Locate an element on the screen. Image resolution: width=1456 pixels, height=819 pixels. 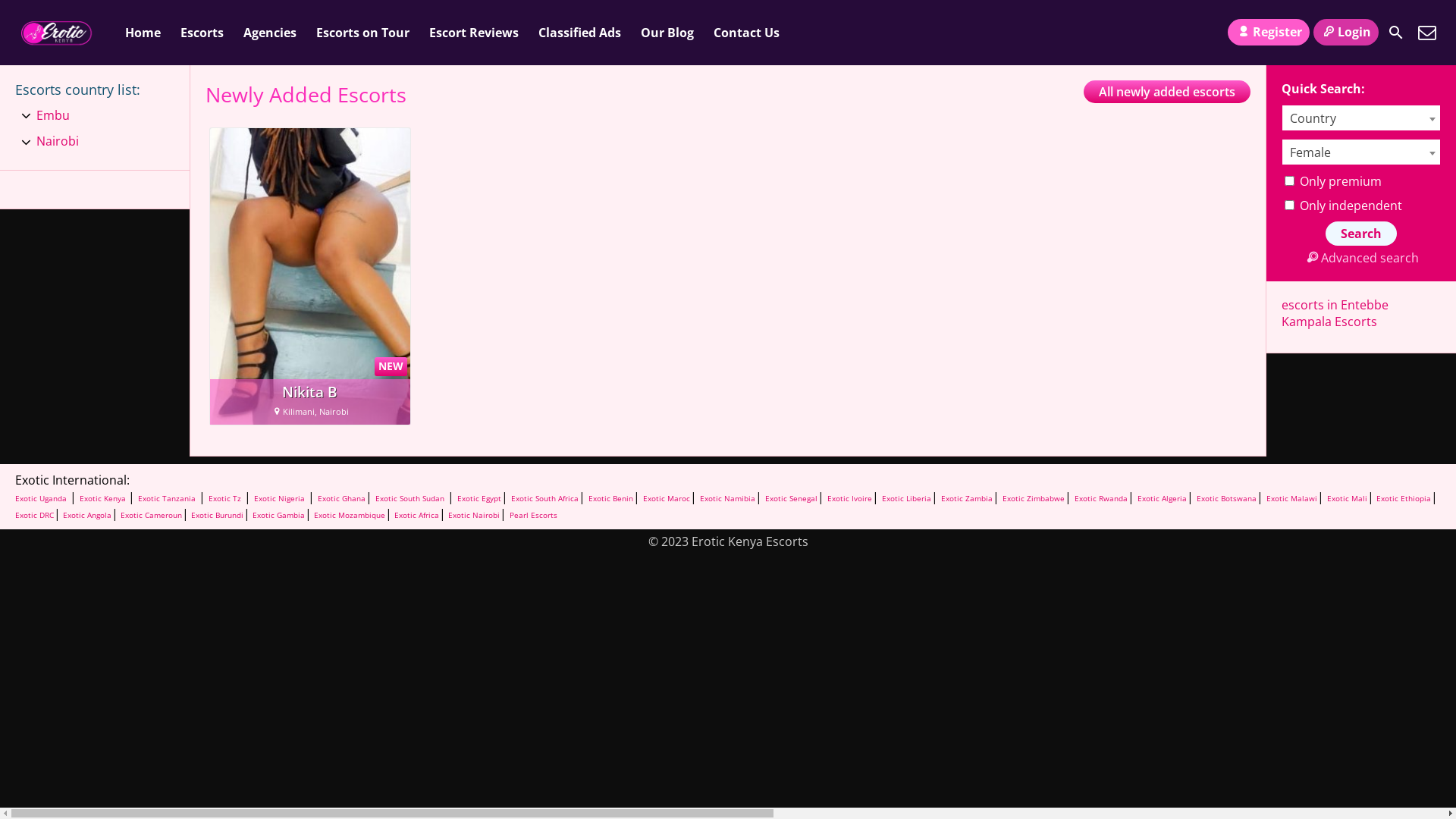
'Agencies' is located at coordinates (232, 33).